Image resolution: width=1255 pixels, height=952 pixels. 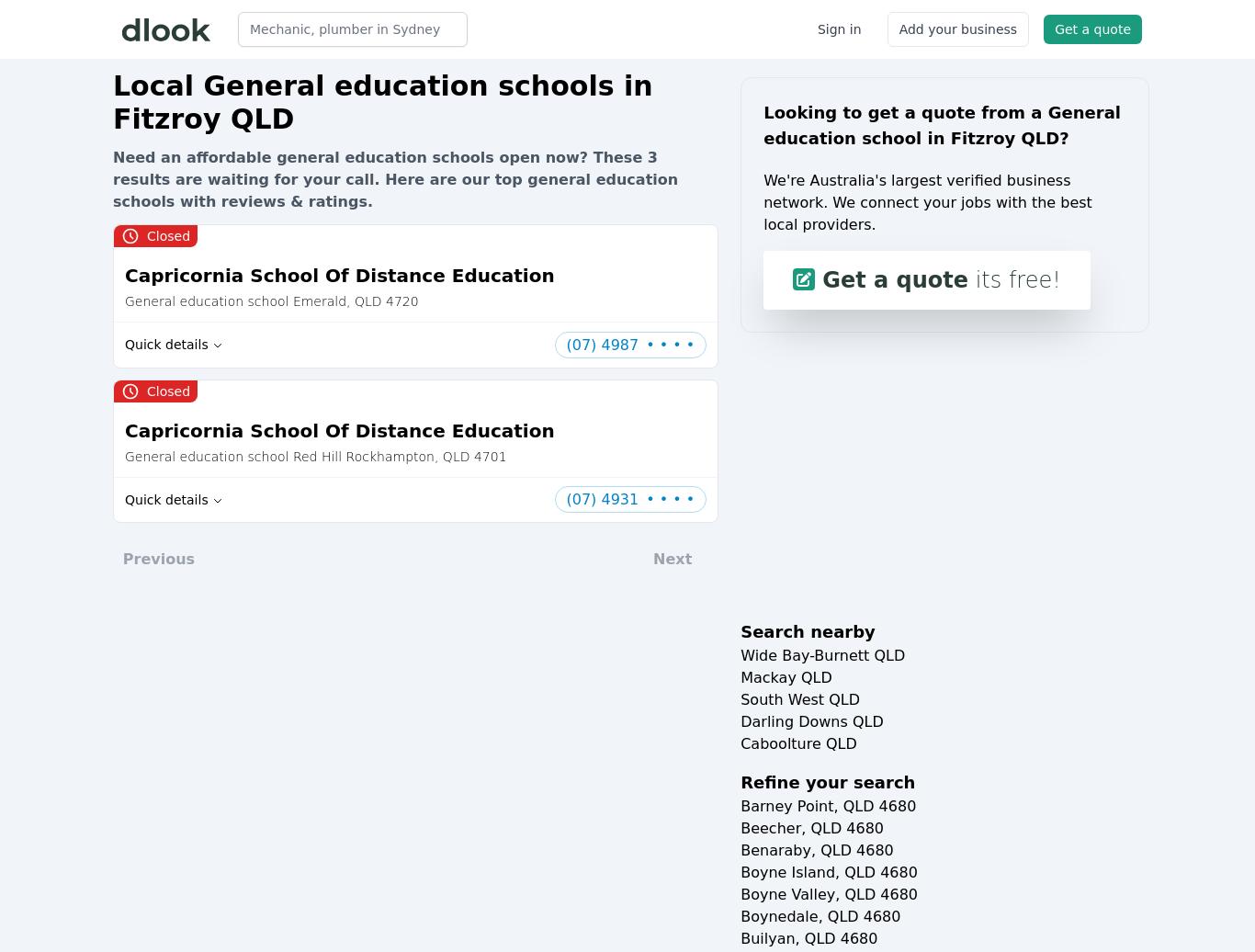 I want to click on '(07) 4931', so click(x=601, y=499).